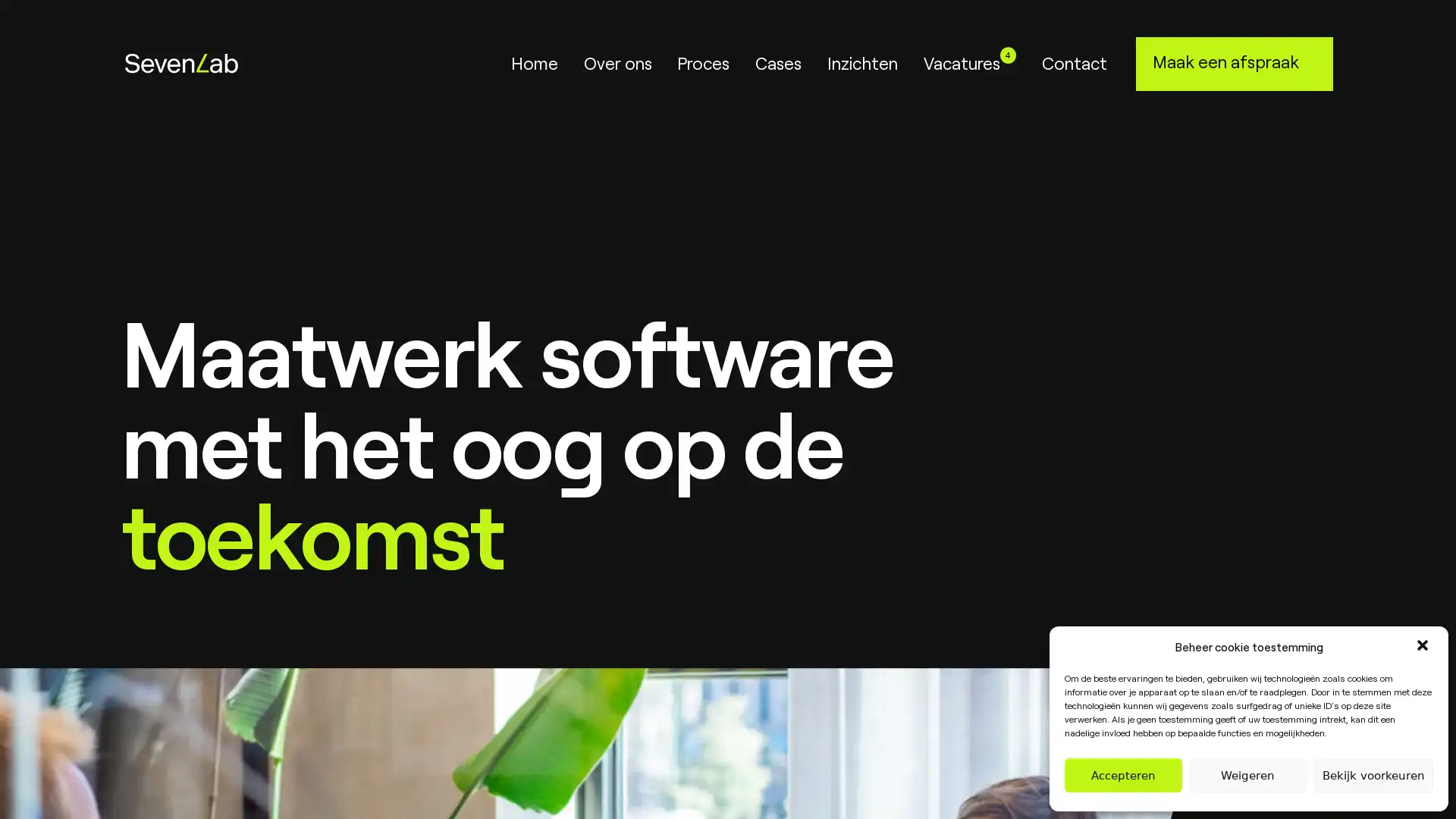  What do you see at coordinates (1123, 775) in the screenshot?
I see `Accepteren` at bounding box center [1123, 775].